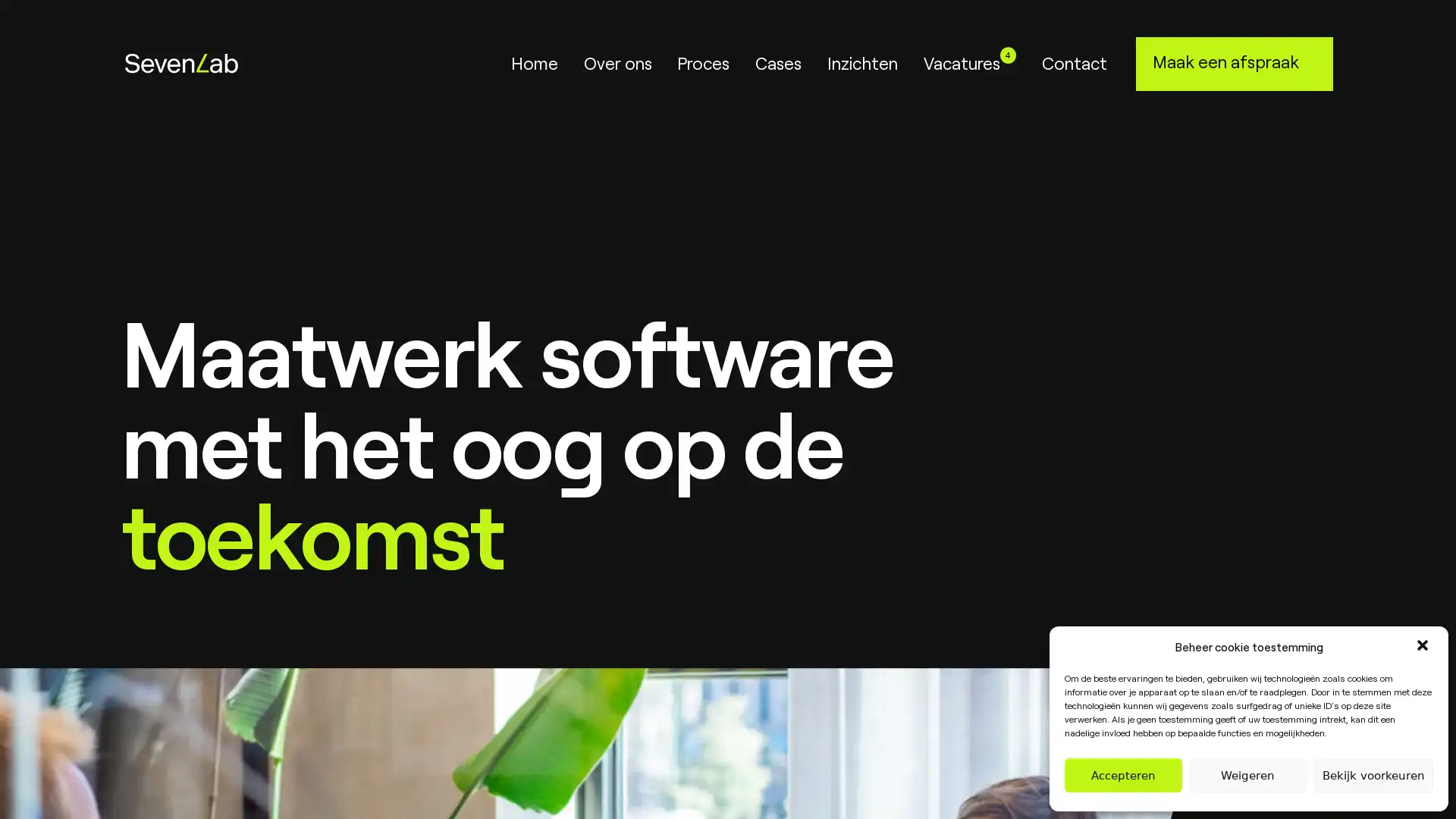  What do you see at coordinates (1123, 775) in the screenshot?
I see `Accepteren` at bounding box center [1123, 775].